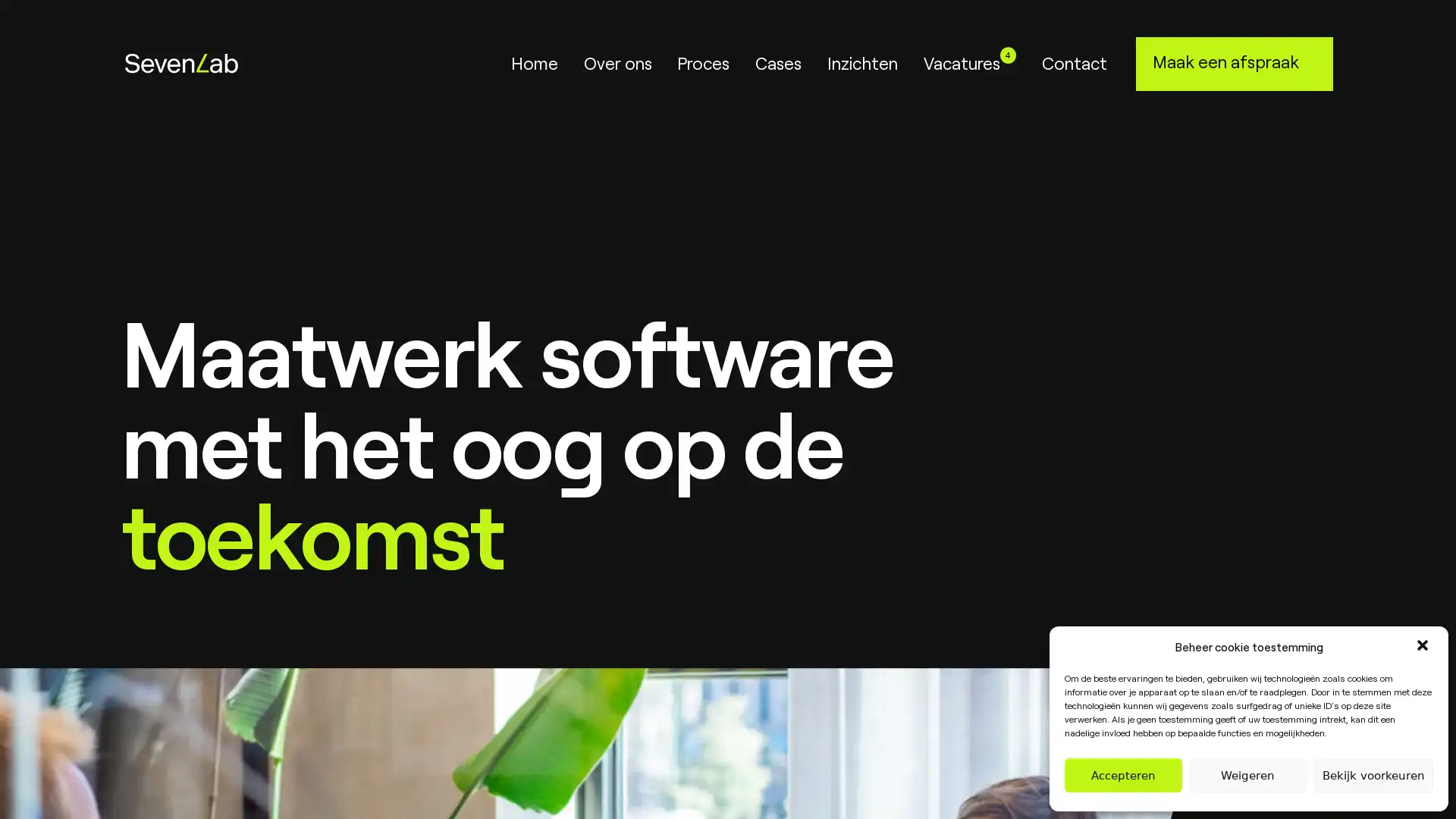  What do you see at coordinates (1123, 775) in the screenshot?
I see `Accepteren` at bounding box center [1123, 775].